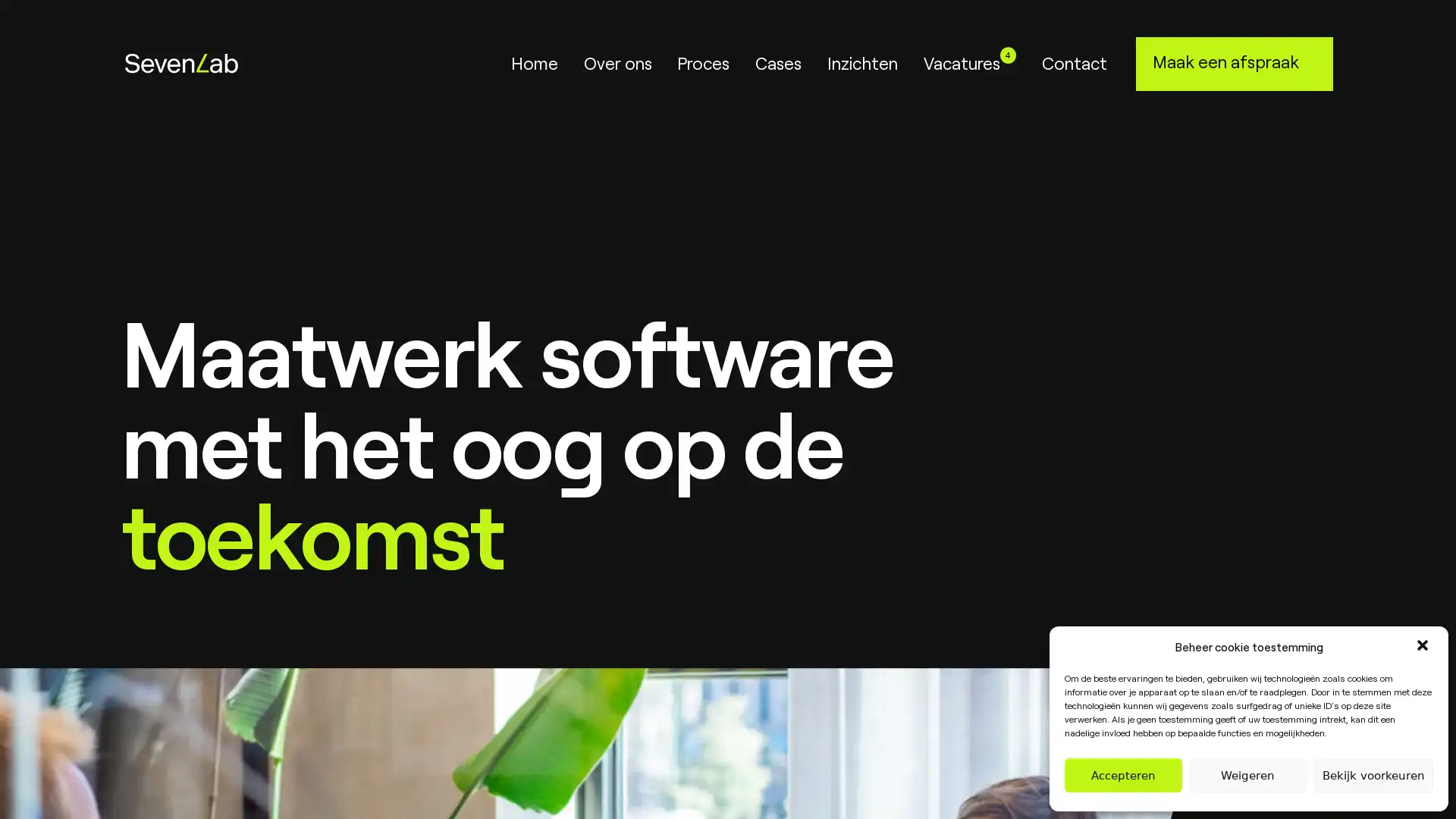  What do you see at coordinates (1123, 775) in the screenshot?
I see `Accepteren` at bounding box center [1123, 775].